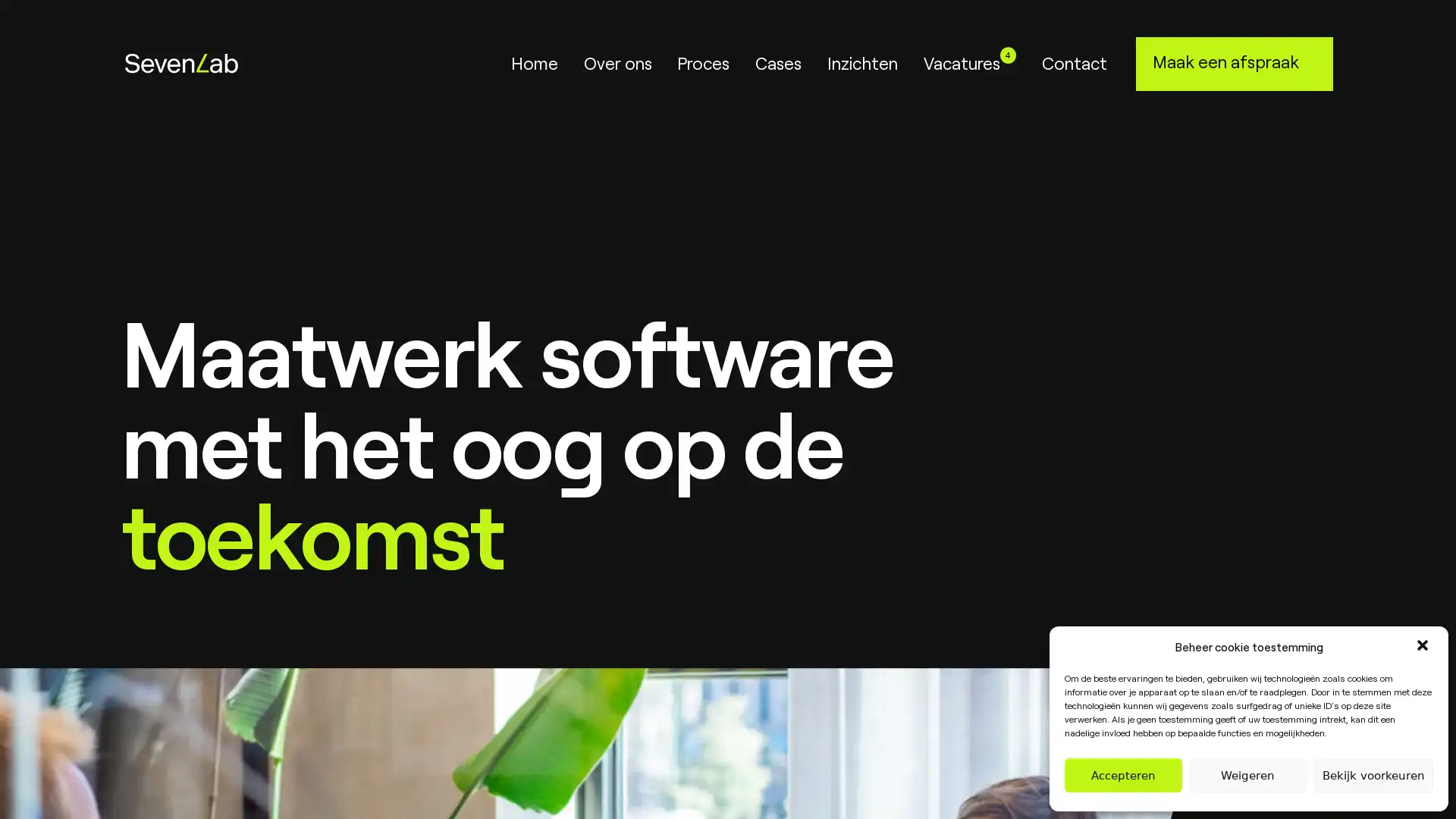  What do you see at coordinates (1123, 775) in the screenshot?
I see `Accepteren` at bounding box center [1123, 775].